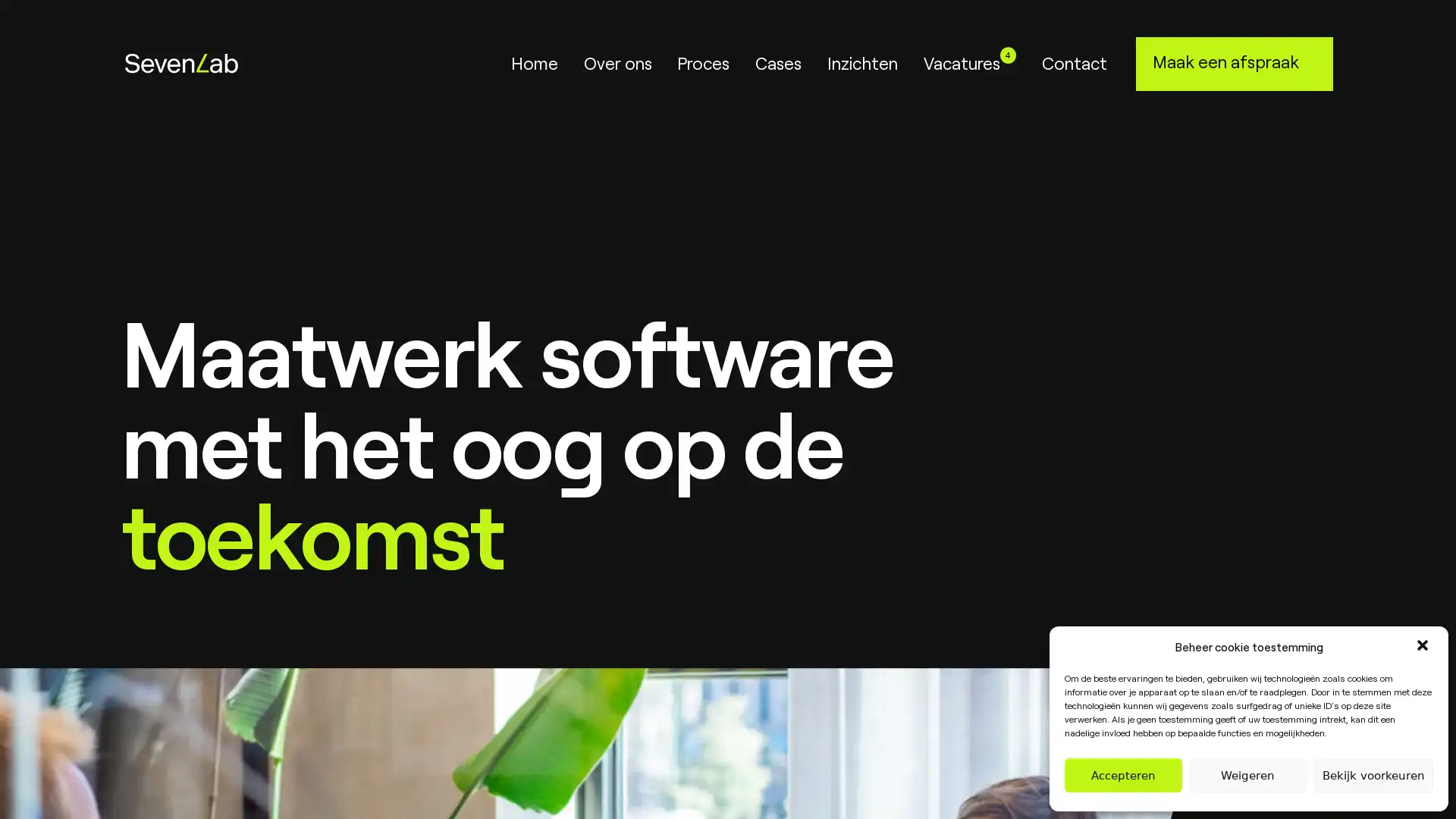  What do you see at coordinates (1123, 775) in the screenshot?
I see `Accepteren` at bounding box center [1123, 775].